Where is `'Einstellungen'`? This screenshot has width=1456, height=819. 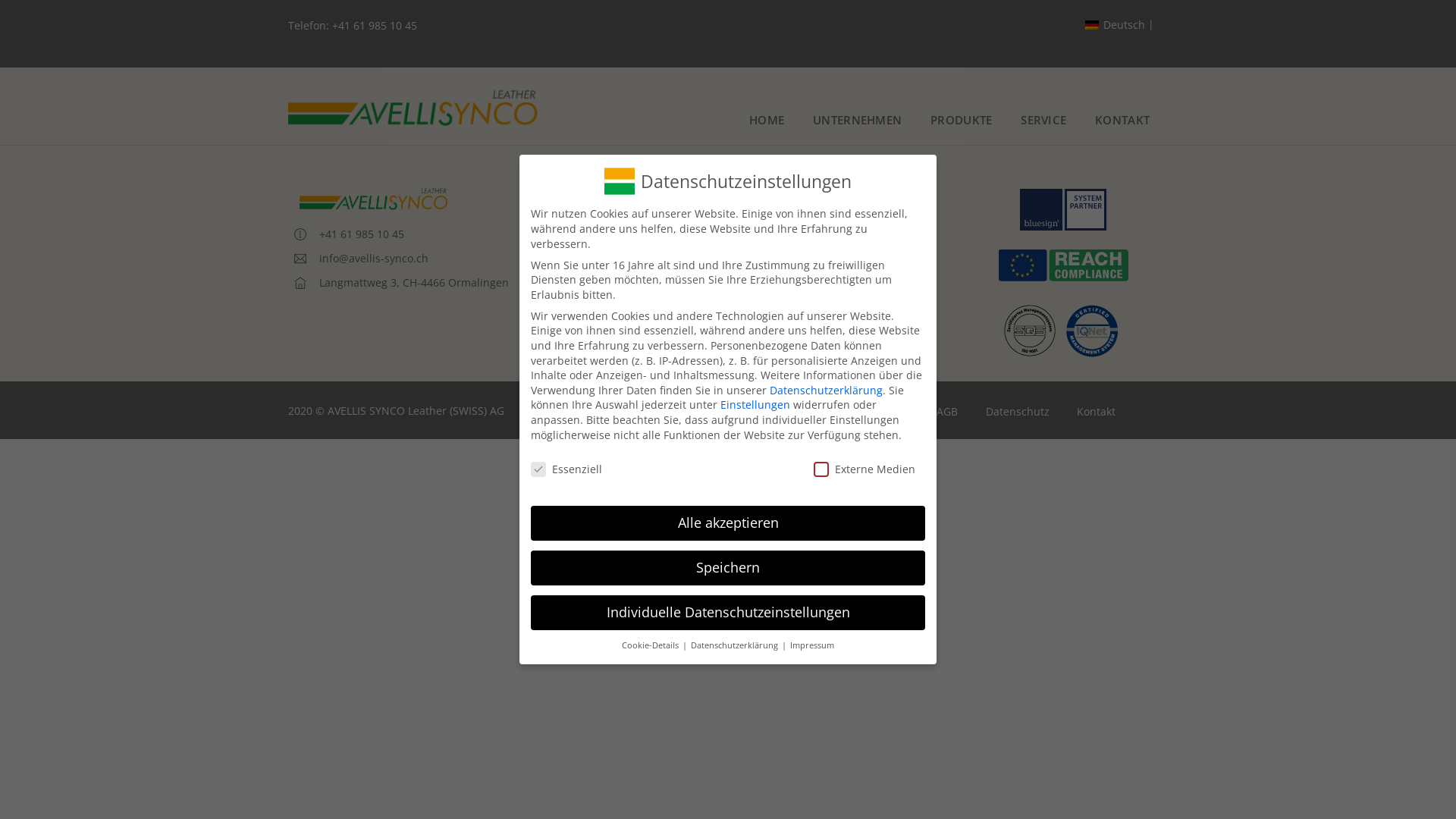
'Einstellungen' is located at coordinates (720, 403).